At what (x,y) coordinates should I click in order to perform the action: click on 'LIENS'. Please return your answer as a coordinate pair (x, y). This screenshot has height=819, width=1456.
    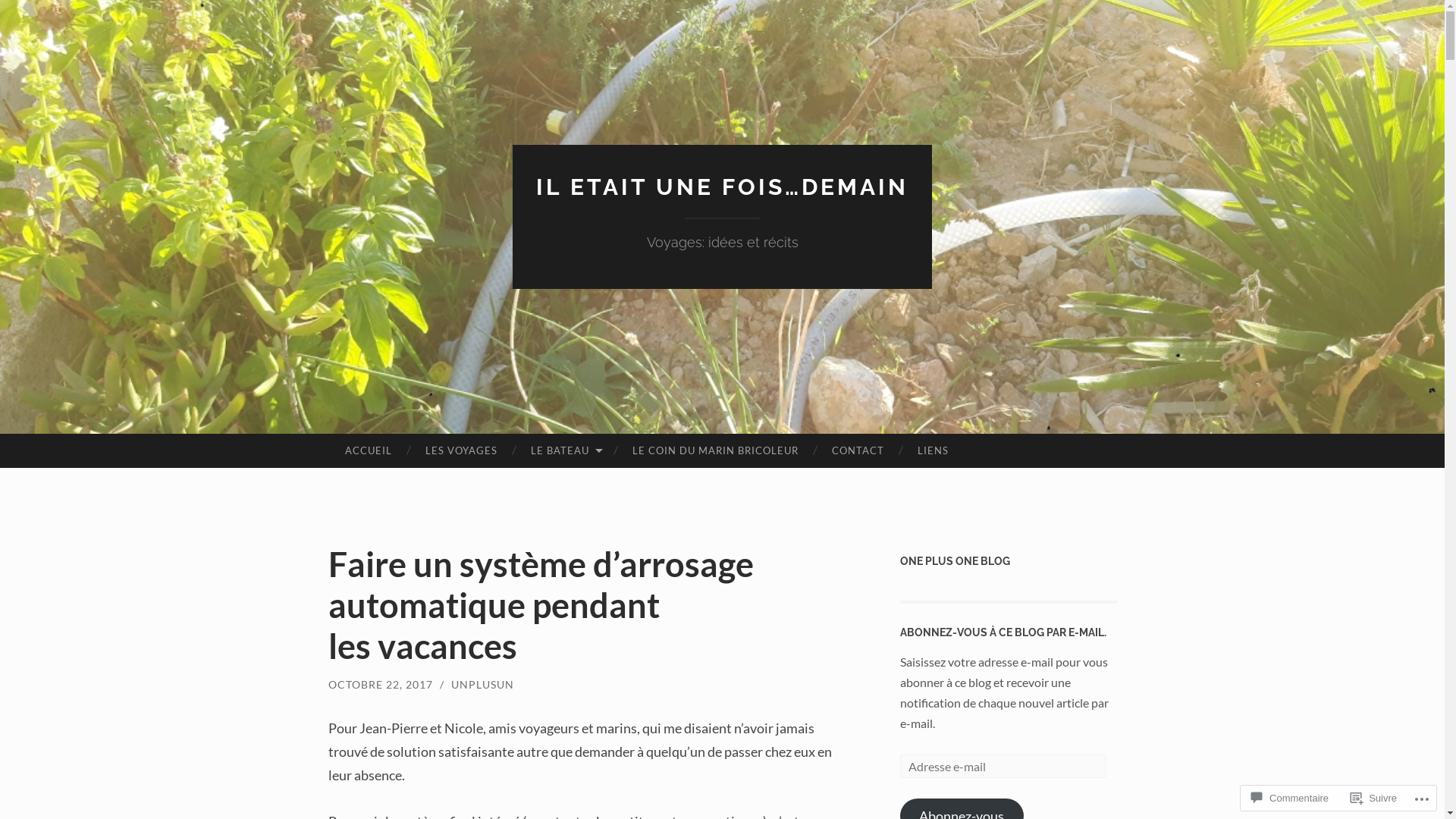
    Looking at the image, I should click on (932, 450).